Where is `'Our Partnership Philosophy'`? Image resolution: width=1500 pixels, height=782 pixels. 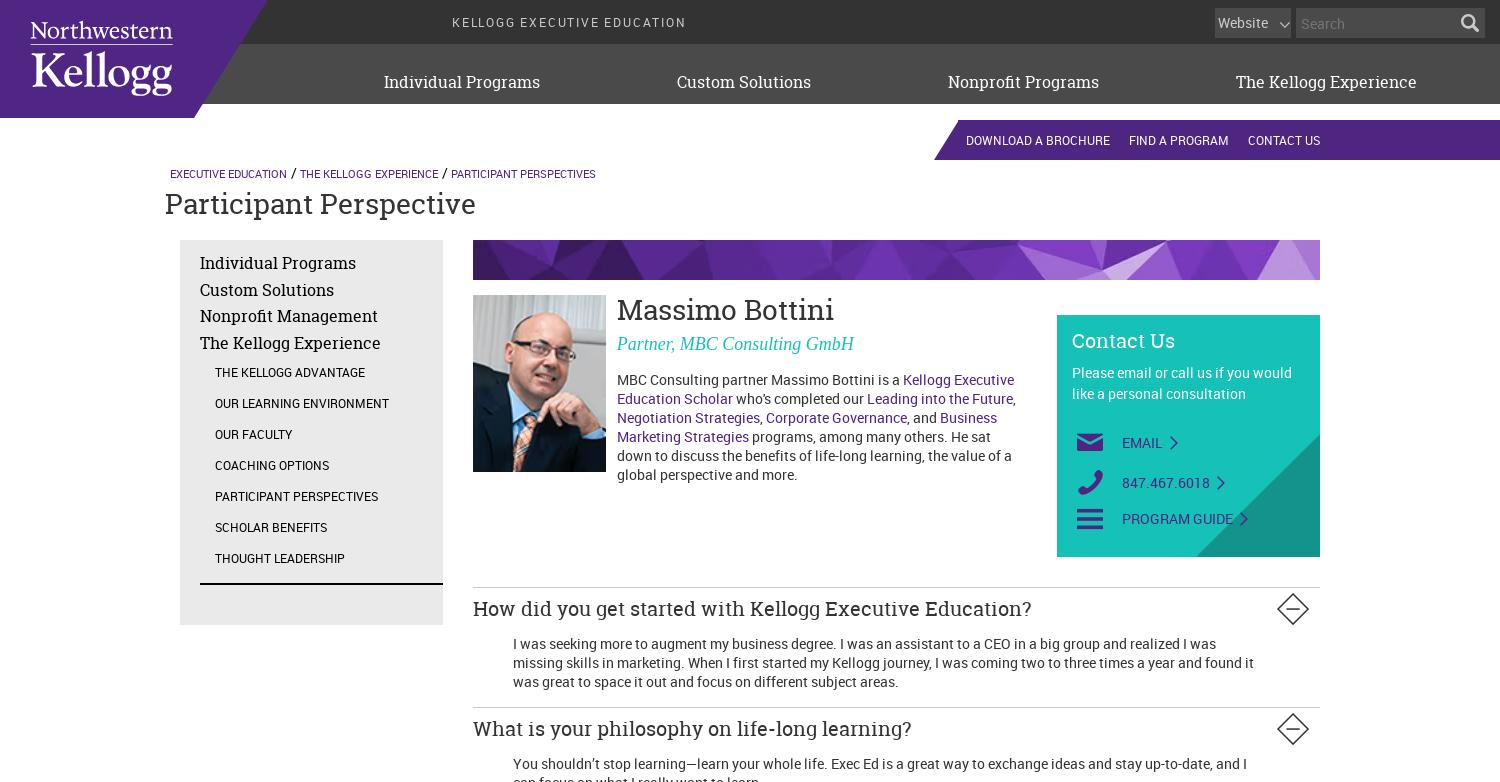 'Our Partnership Philosophy' is located at coordinates (445, 142).